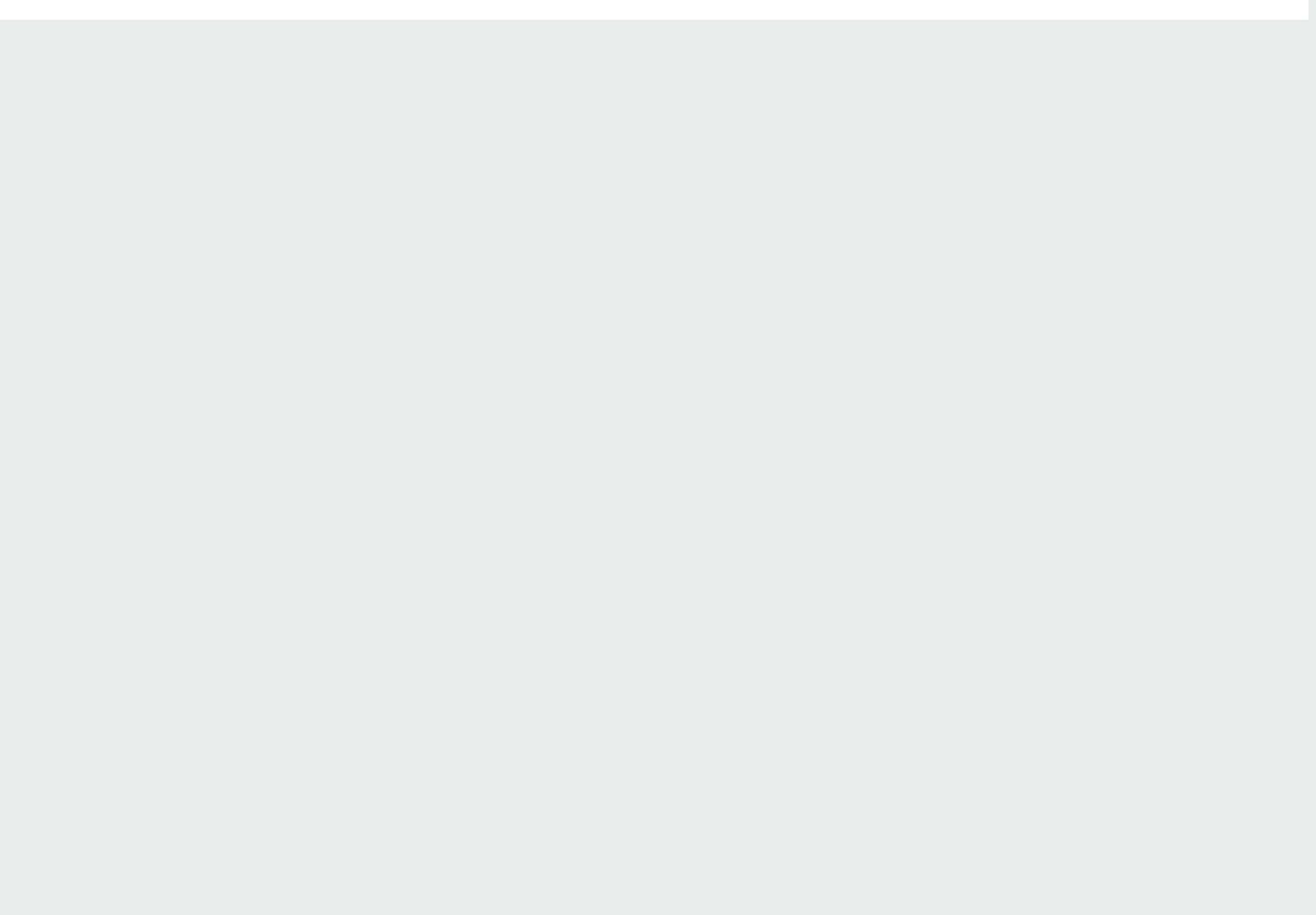 Image resolution: width=1316 pixels, height=915 pixels. I want to click on 'fetish', so click(222, 338).